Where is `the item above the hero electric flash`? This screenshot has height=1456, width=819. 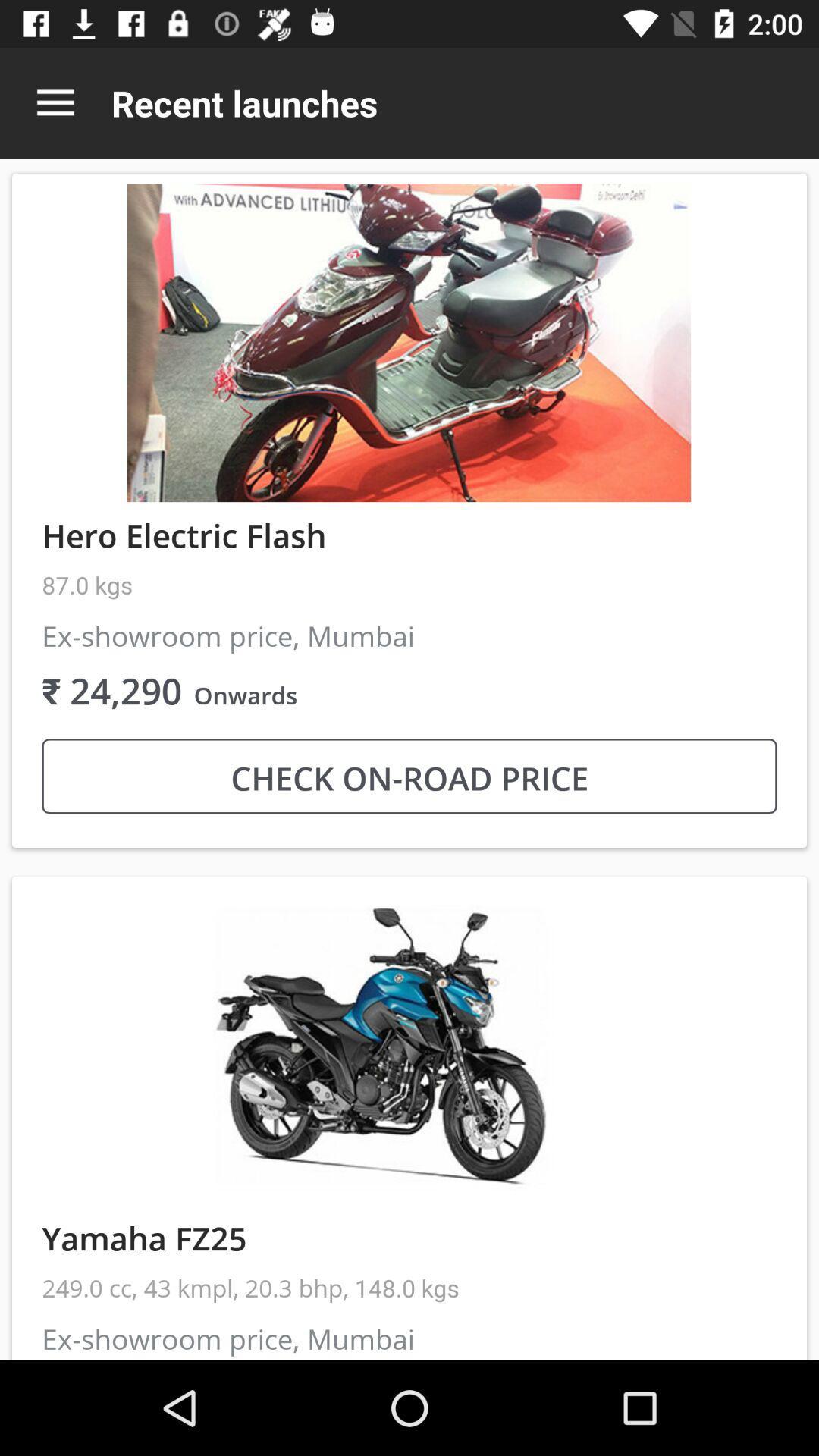
the item above the hero electric flash is located at coordinates (55, 102).